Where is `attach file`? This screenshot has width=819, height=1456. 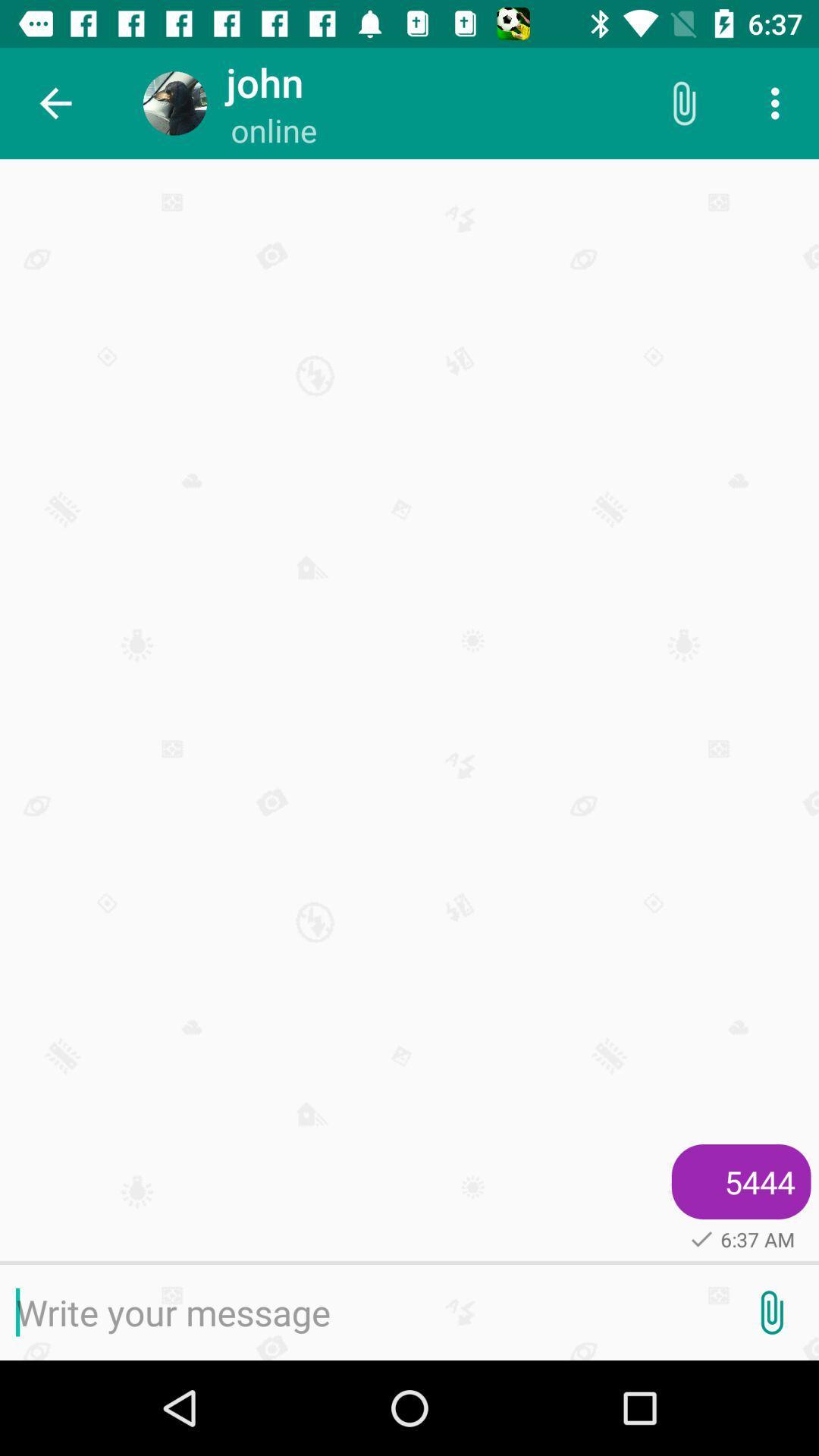 attach file is located at coordinates (771, 1312).